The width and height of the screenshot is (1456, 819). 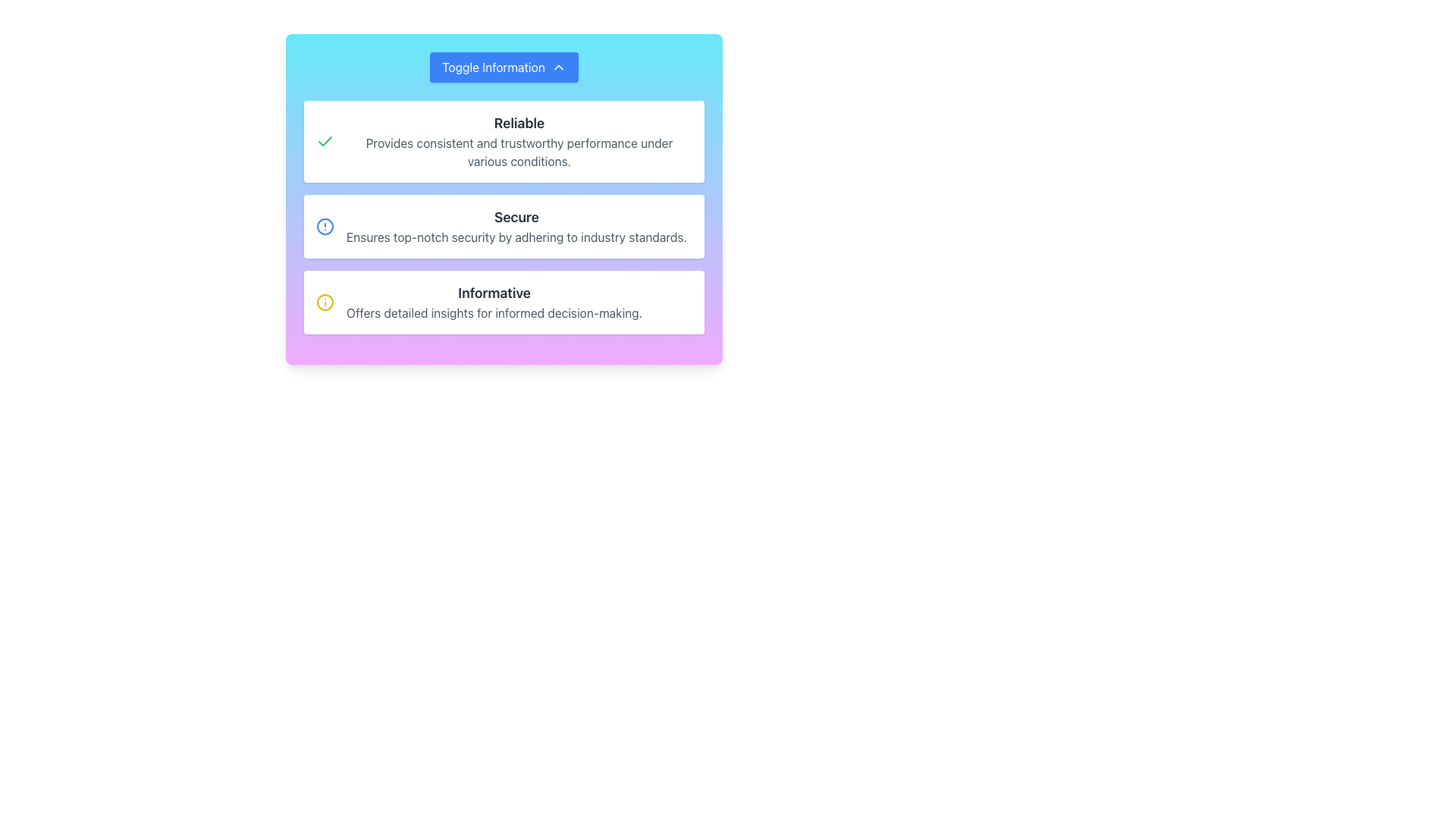 What do you see at coordinates (494, 302) in the screenshot?
I see `the 'Informative' text block, which features a title 'Informative' in bold and a subtitle 'Offers detailed insights for informed decision-making.'` at bounding box center [494, 302].